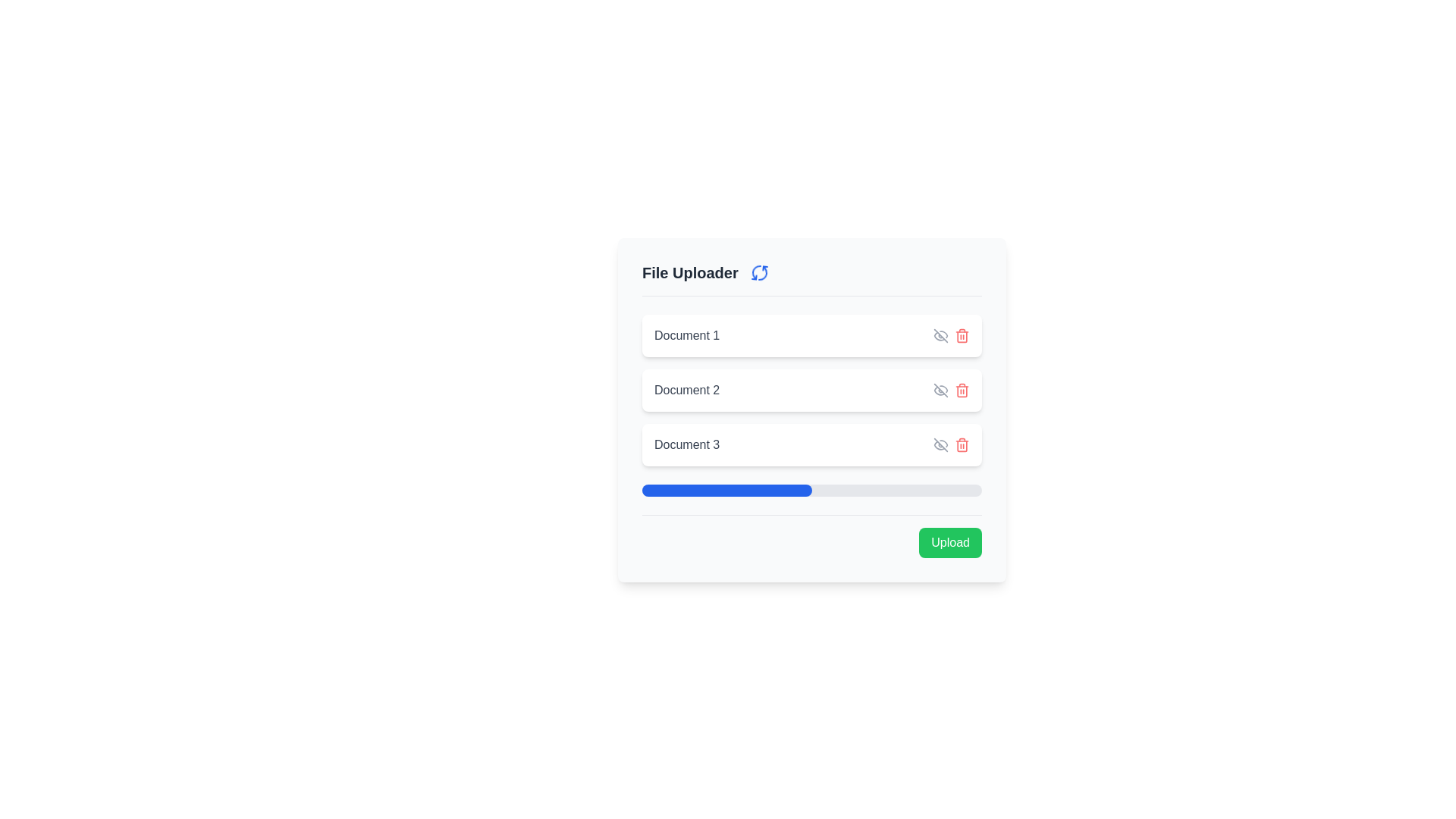 This screenshot has height=819, width=1456. I want to click on the 'Upload' button, which has a green background and white text, located in the lower-right corner of the interface, so click(949, 542).